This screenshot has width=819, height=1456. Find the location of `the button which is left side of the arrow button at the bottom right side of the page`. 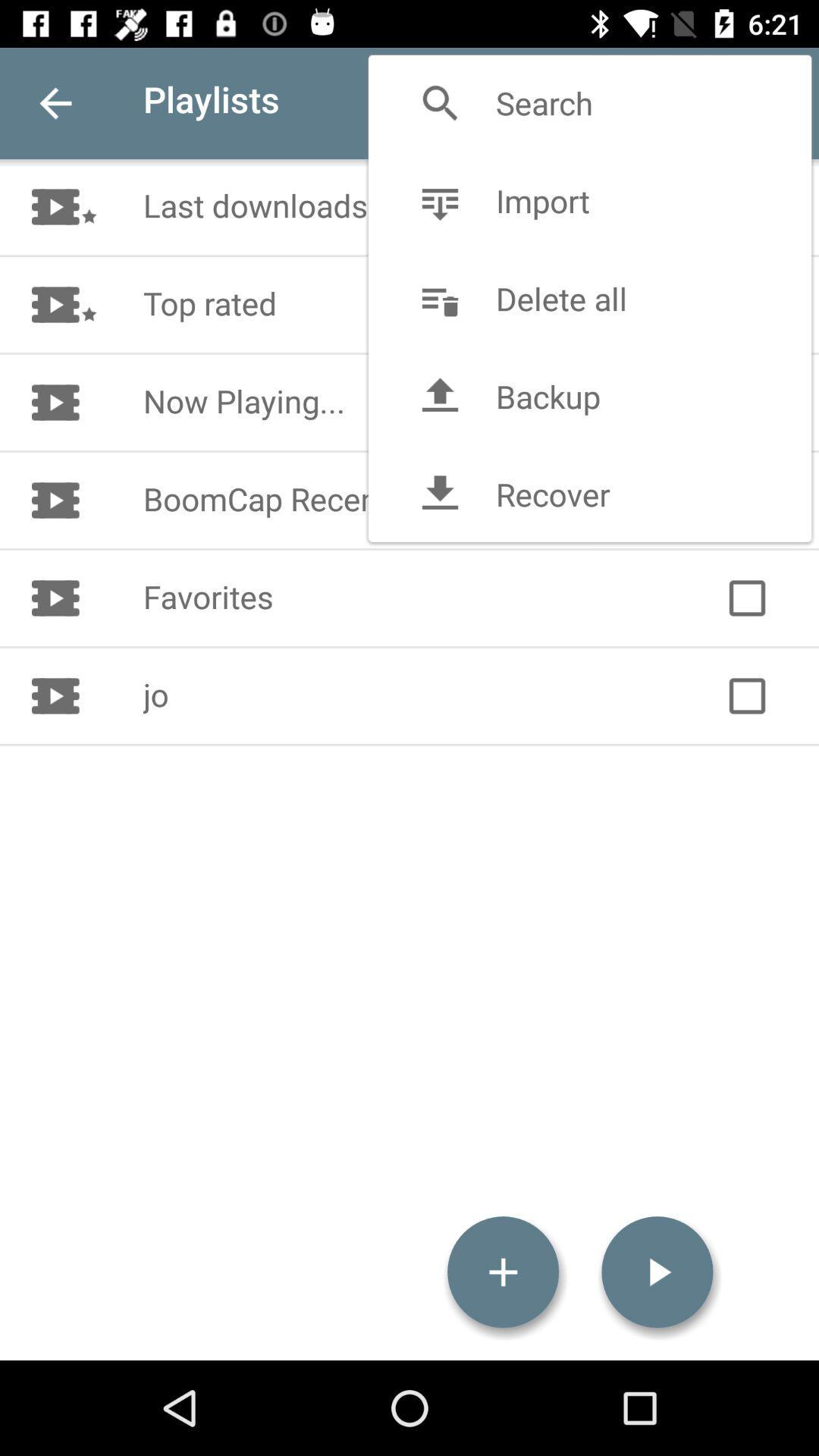

the button which is left side of the arrow button at the bottom right side of the page is located at coordinates (503, 1272).